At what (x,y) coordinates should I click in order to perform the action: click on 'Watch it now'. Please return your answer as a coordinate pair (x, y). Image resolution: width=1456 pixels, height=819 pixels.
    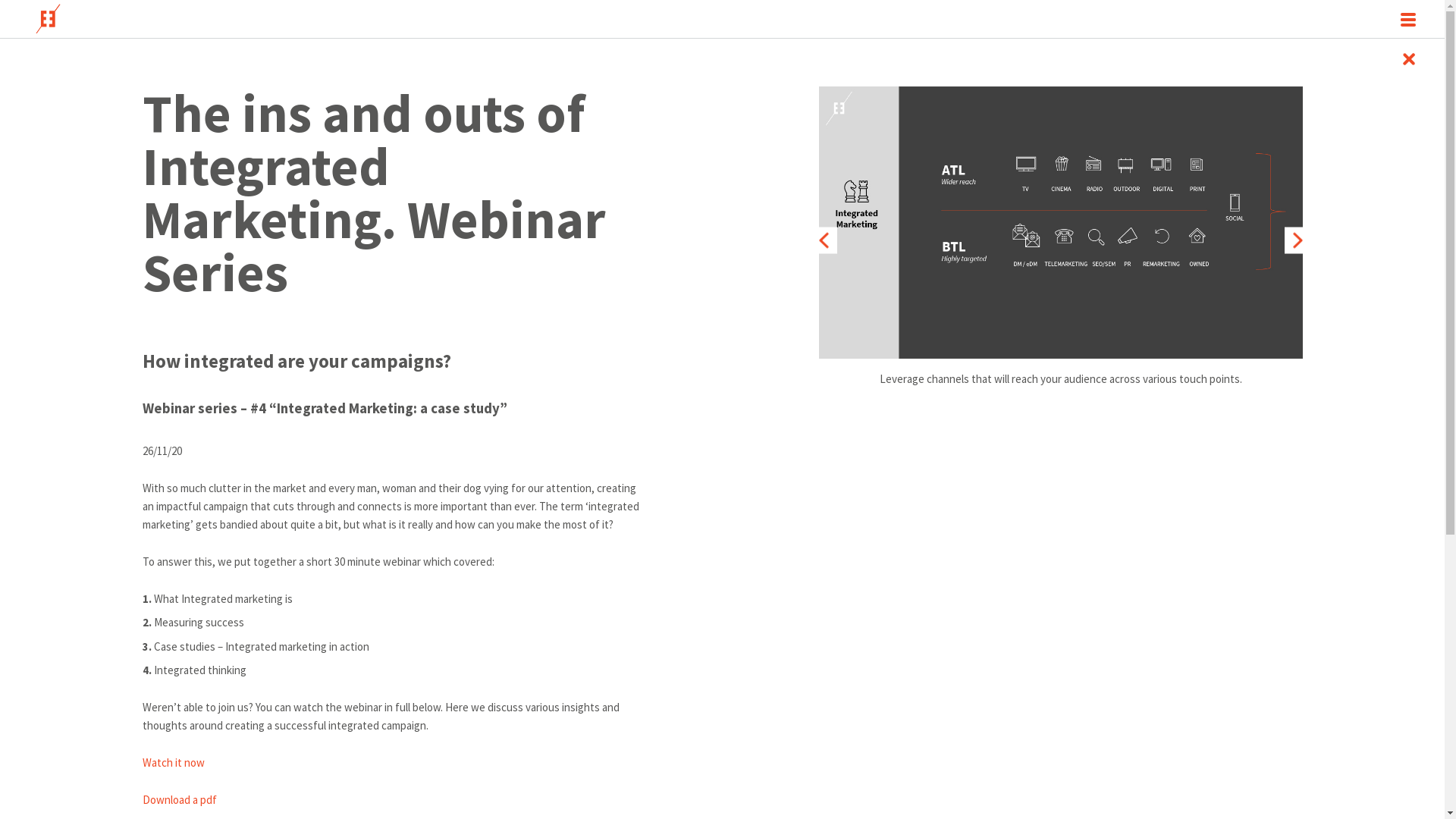
    Looking at the image, I should click on (174, 762).